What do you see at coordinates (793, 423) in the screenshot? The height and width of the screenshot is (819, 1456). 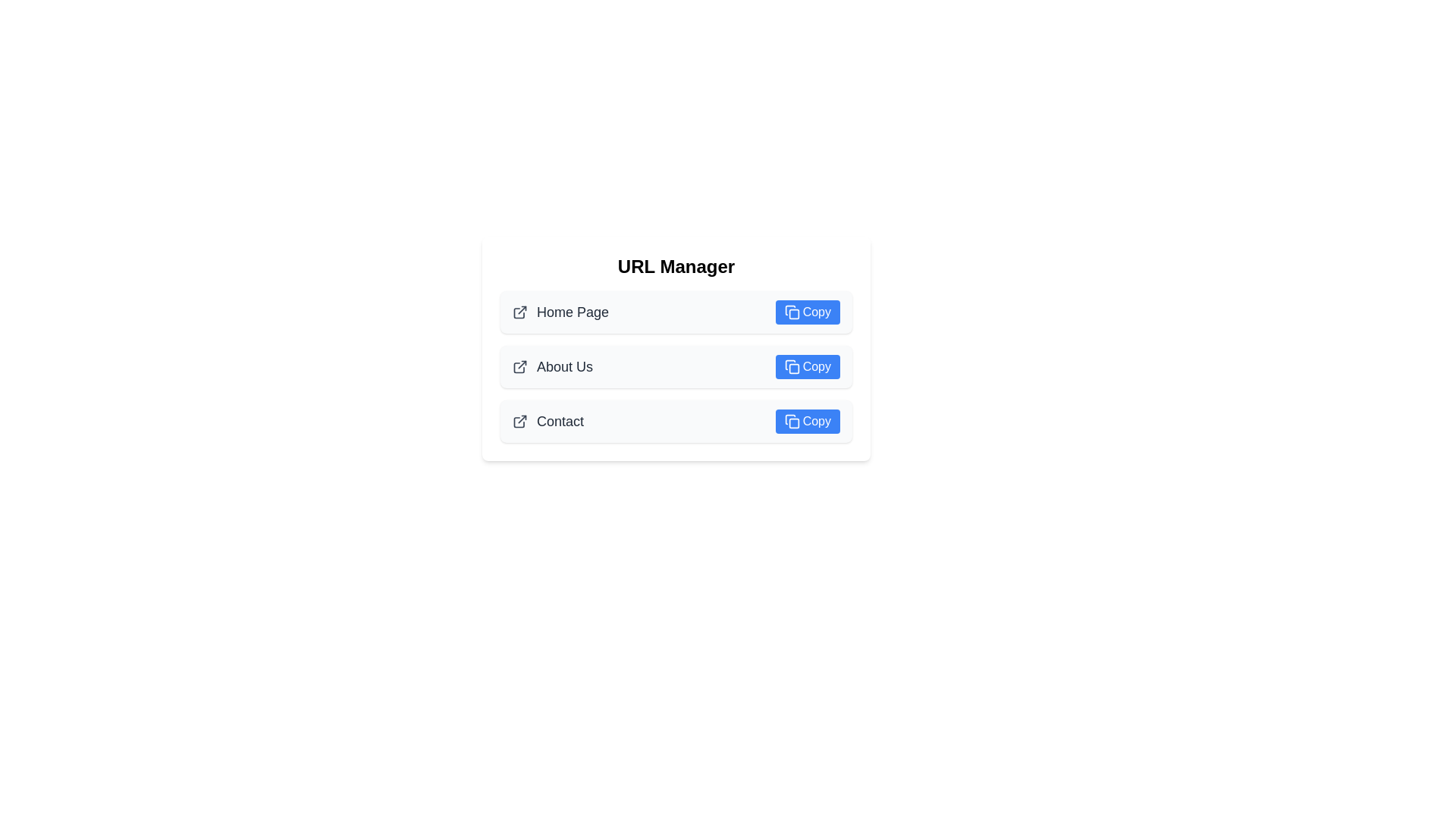 I see `the inner square element of the 'Copy' button associated with 'Contact' to interact with the button` at bounding box center [793, 423].